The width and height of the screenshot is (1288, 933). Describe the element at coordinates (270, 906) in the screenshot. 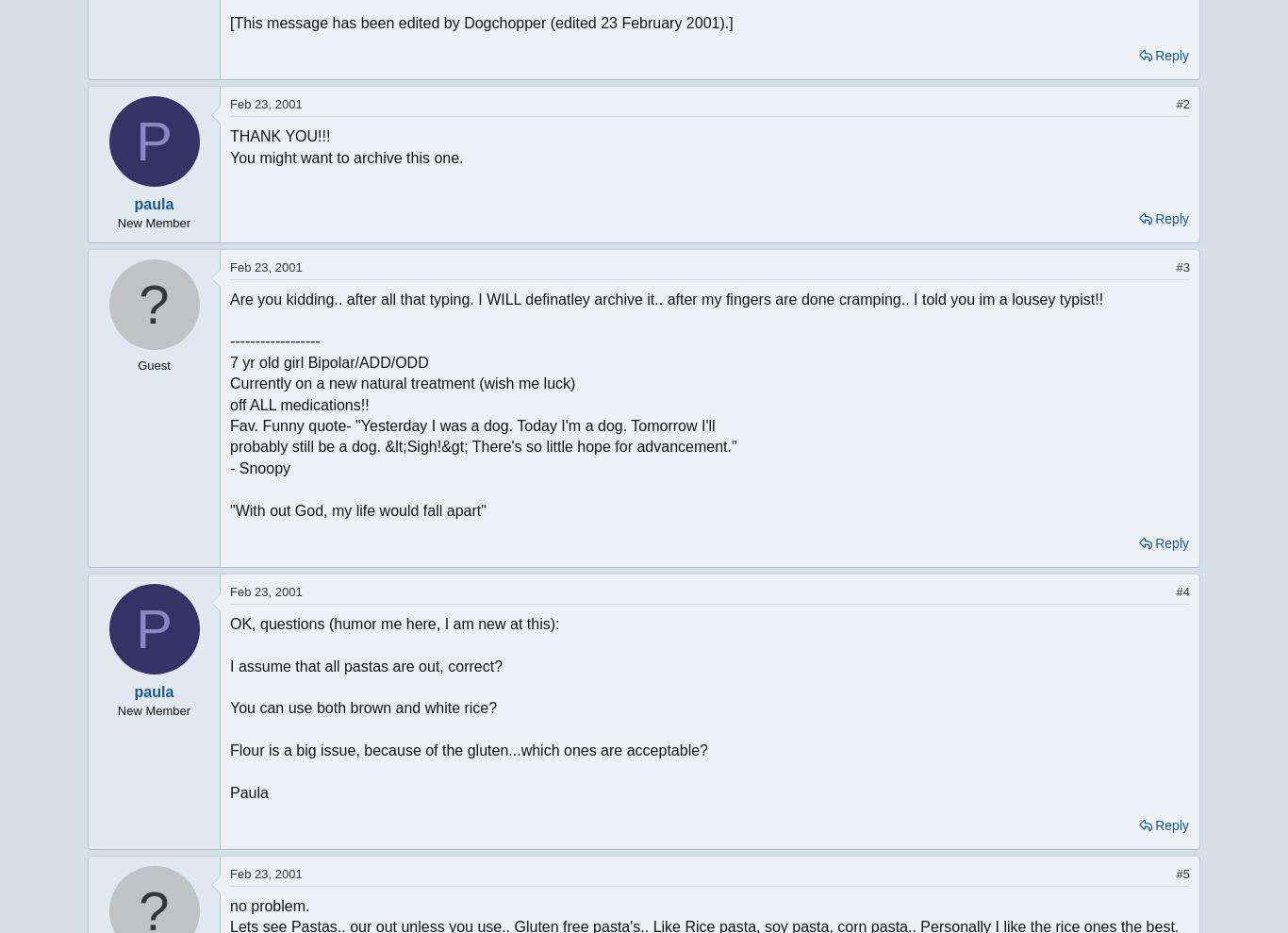

I see `'no problem.'` at that location.